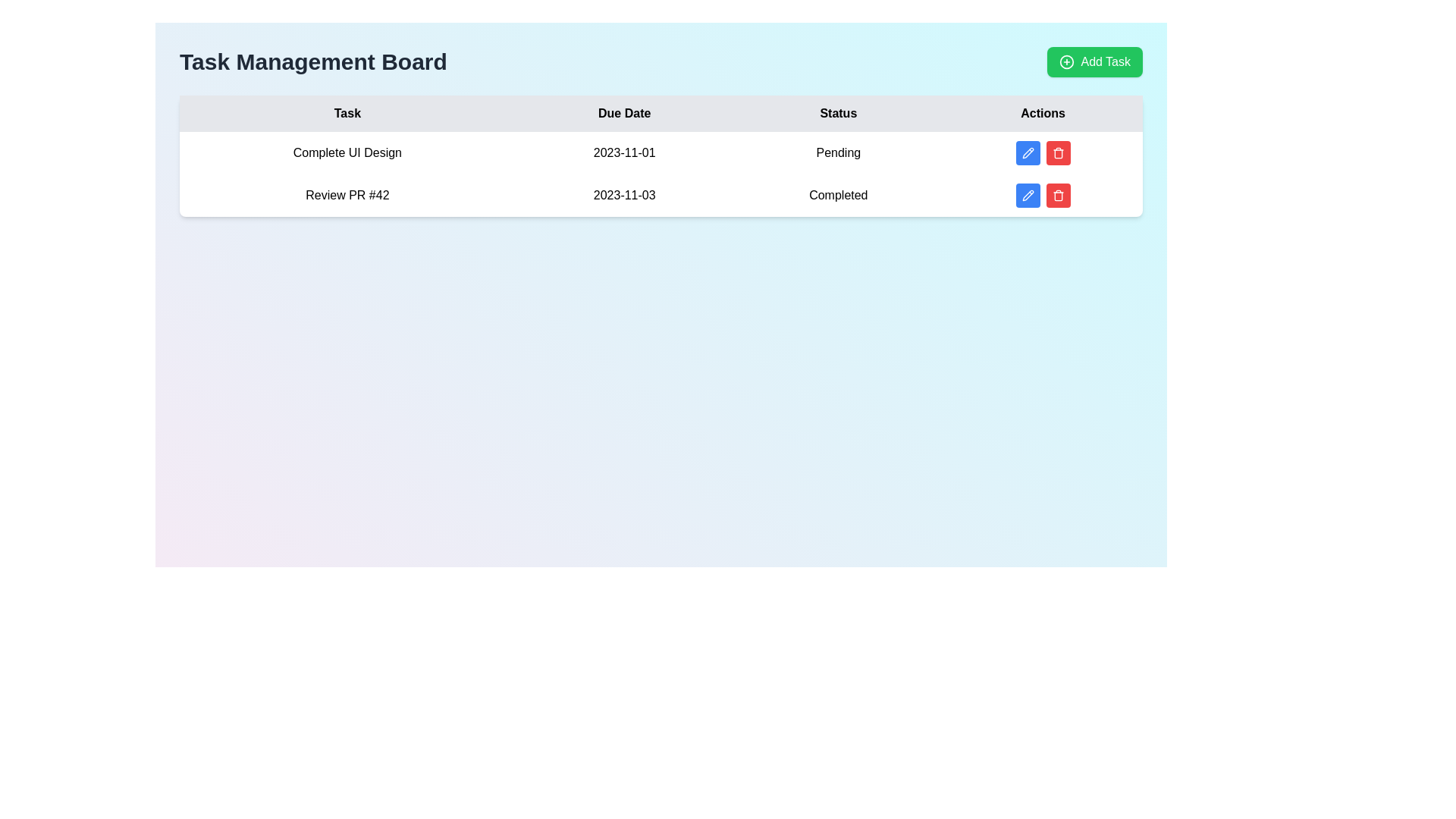 The image size is (1456, 819). I want to click on the blue square button with a white pencil icon in the 'Actions' column of the second row, which corresponds to the task titled 'Review PR #42', so click(1028, 195).